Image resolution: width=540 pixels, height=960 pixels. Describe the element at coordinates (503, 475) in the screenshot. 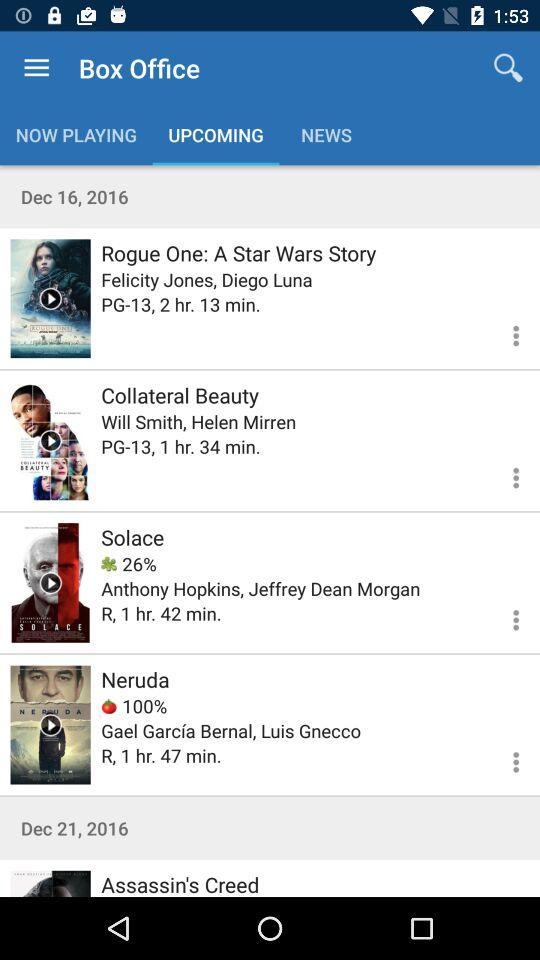

I see `look at options for this movie` at that location.